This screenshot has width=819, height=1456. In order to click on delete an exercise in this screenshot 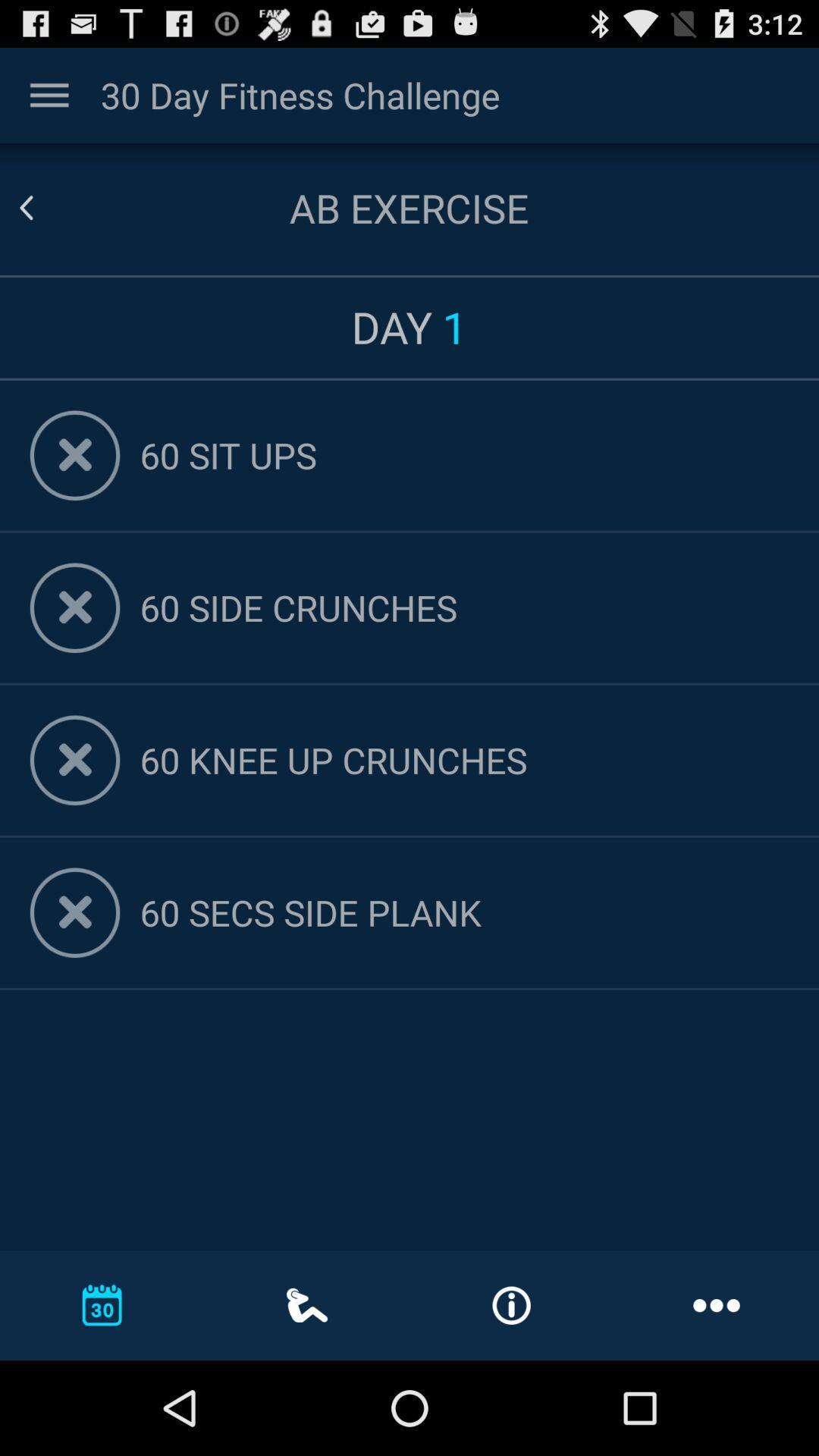, I will do `click(75, 454)`.